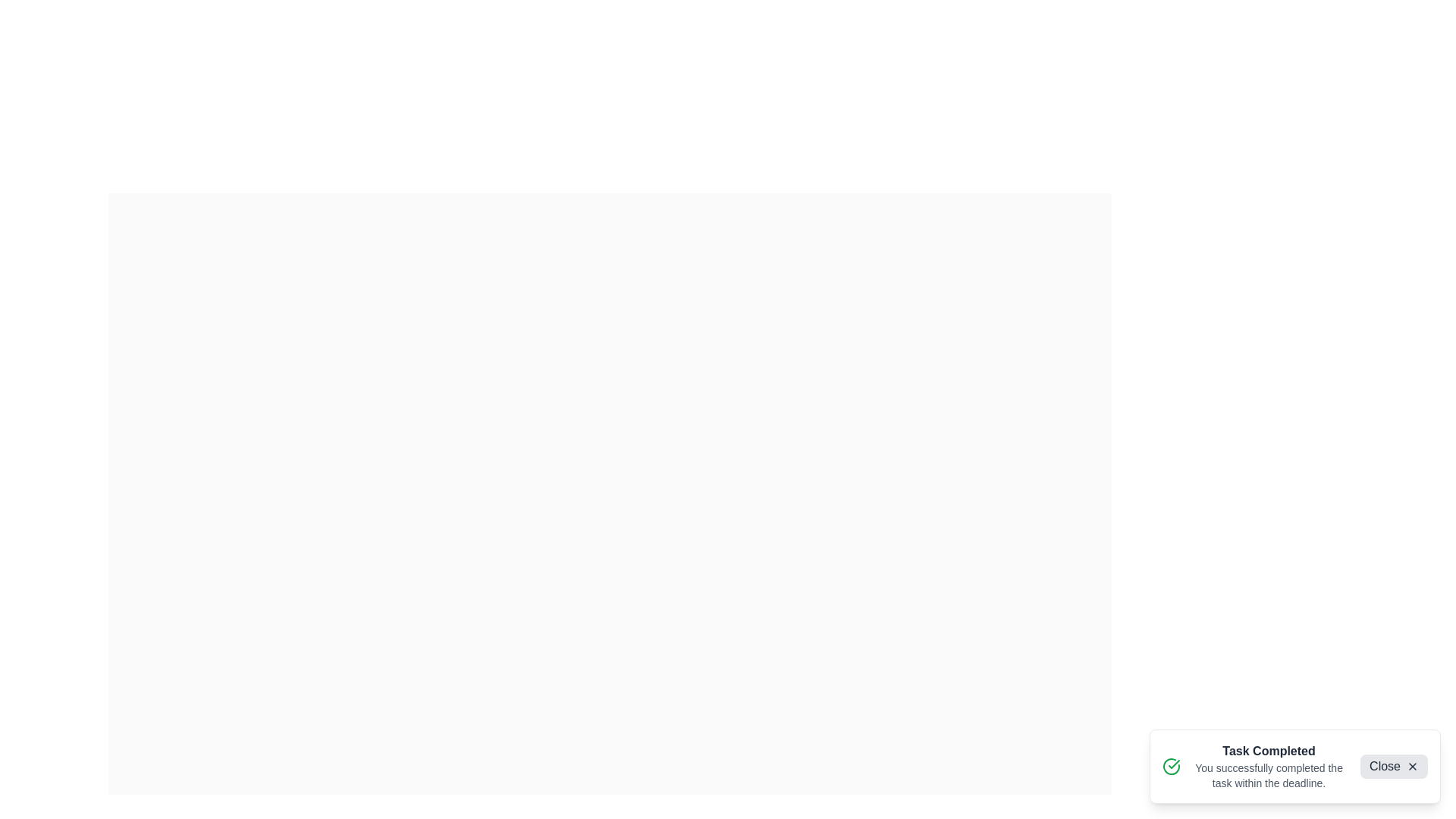 This screenshot has height=819, width=1456. What do you see at coordinates (1394, 766) in the screenshot?
I see `the 'Close' button of the snackbar to close it` at bounding box center [1394, 766].